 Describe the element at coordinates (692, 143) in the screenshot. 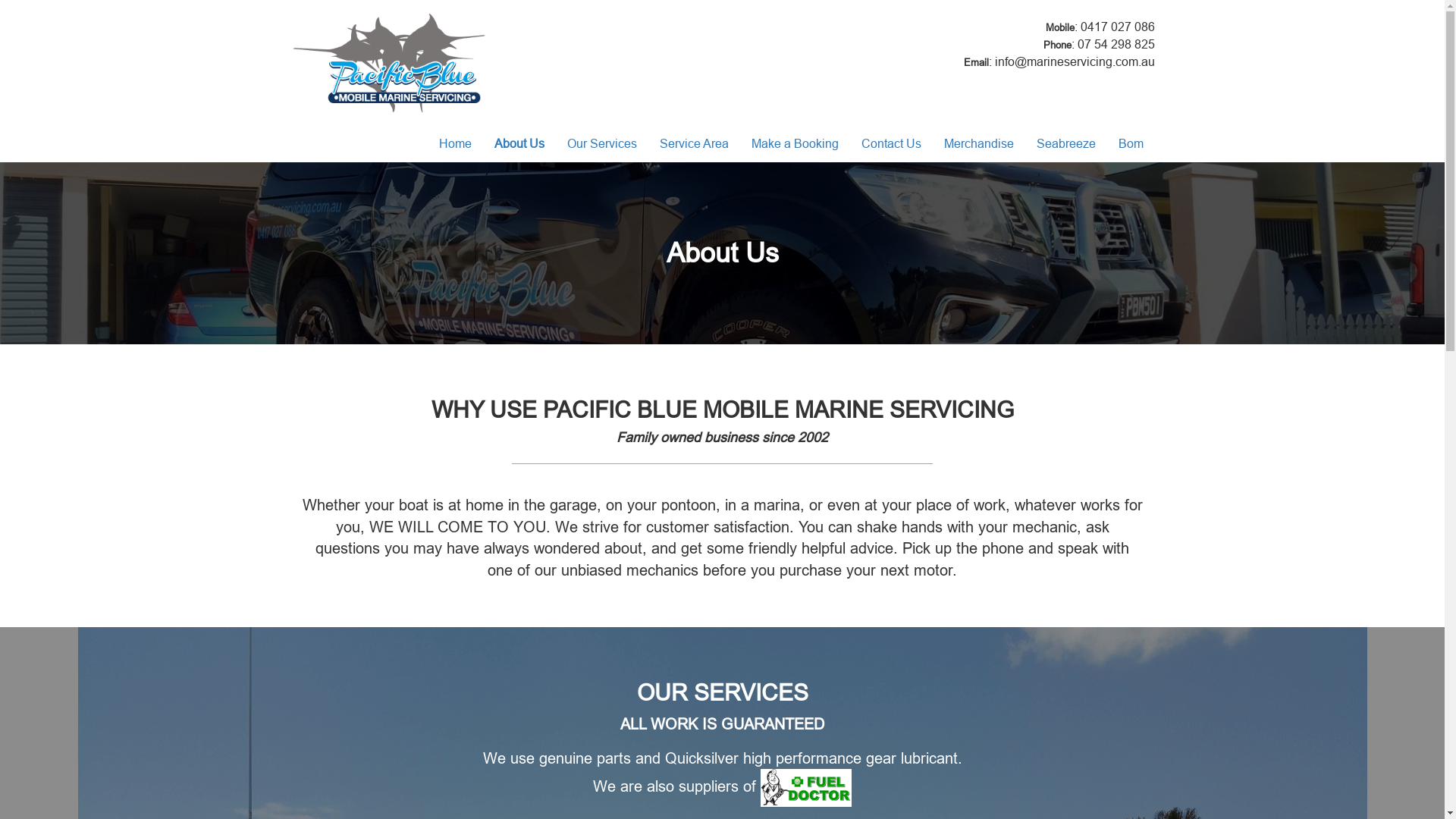

I see `'Service Area'` at that location.